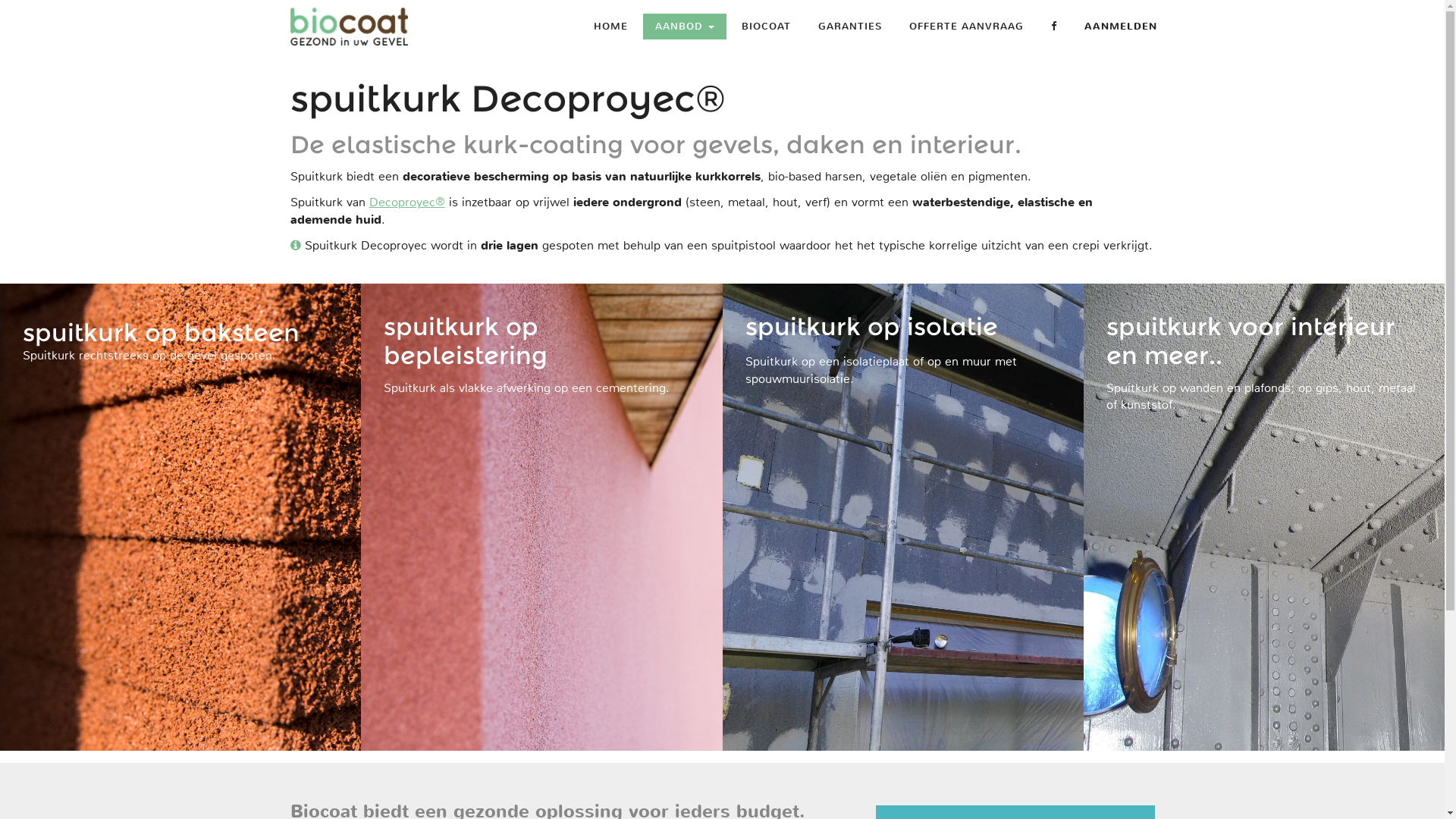 The height and width of the screenshot is (819, 1456). What do you see at coordinates (1121, 26) in the screenshot?
I see `'AANMELDEN'` at bounding box center [1121, 26].